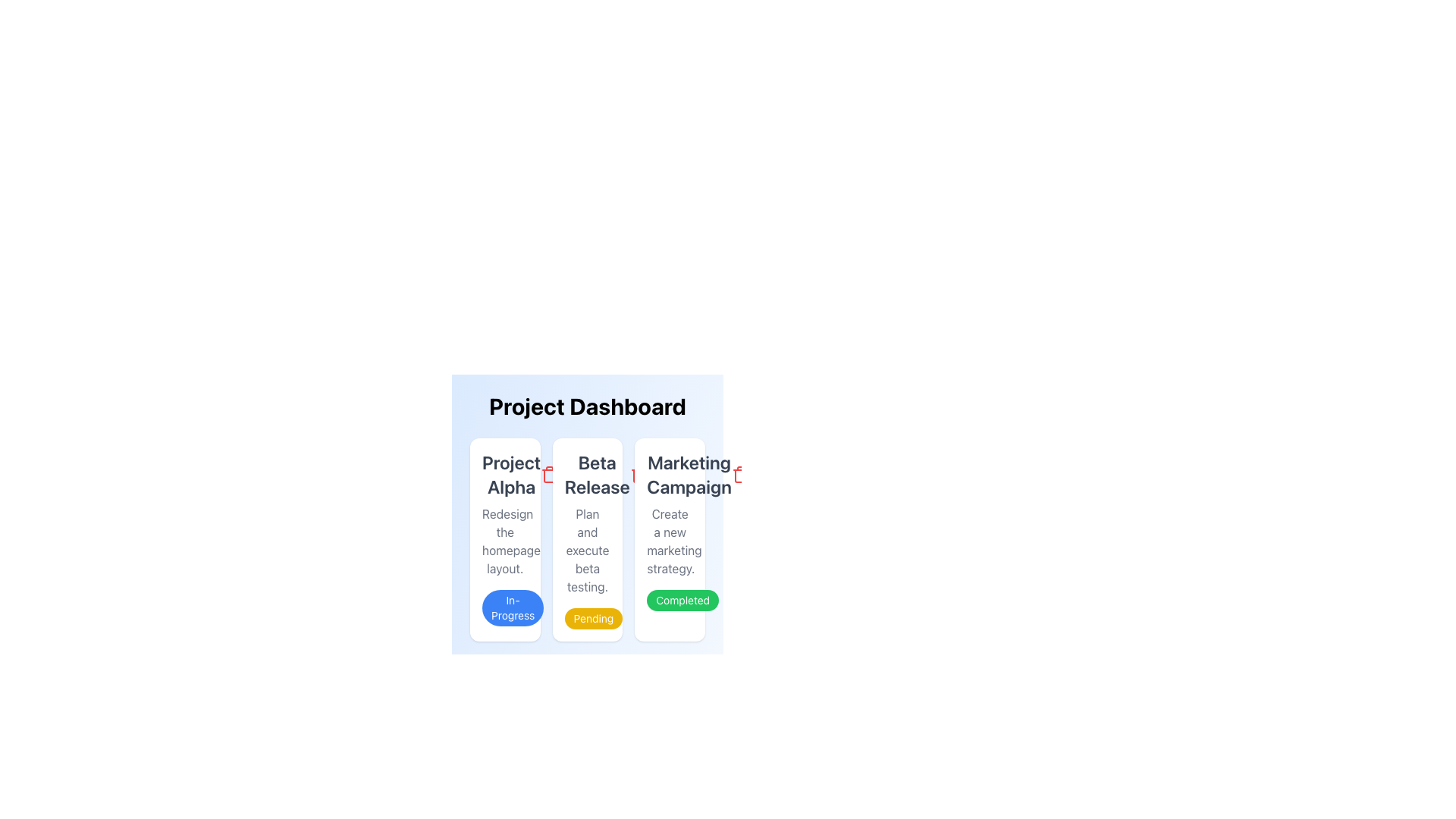  Describe the element at coordinates (740, 473) in the screenshot. I see `the delete icon/button that allows users to remove the 'Marketing Campaign' item` at that location.